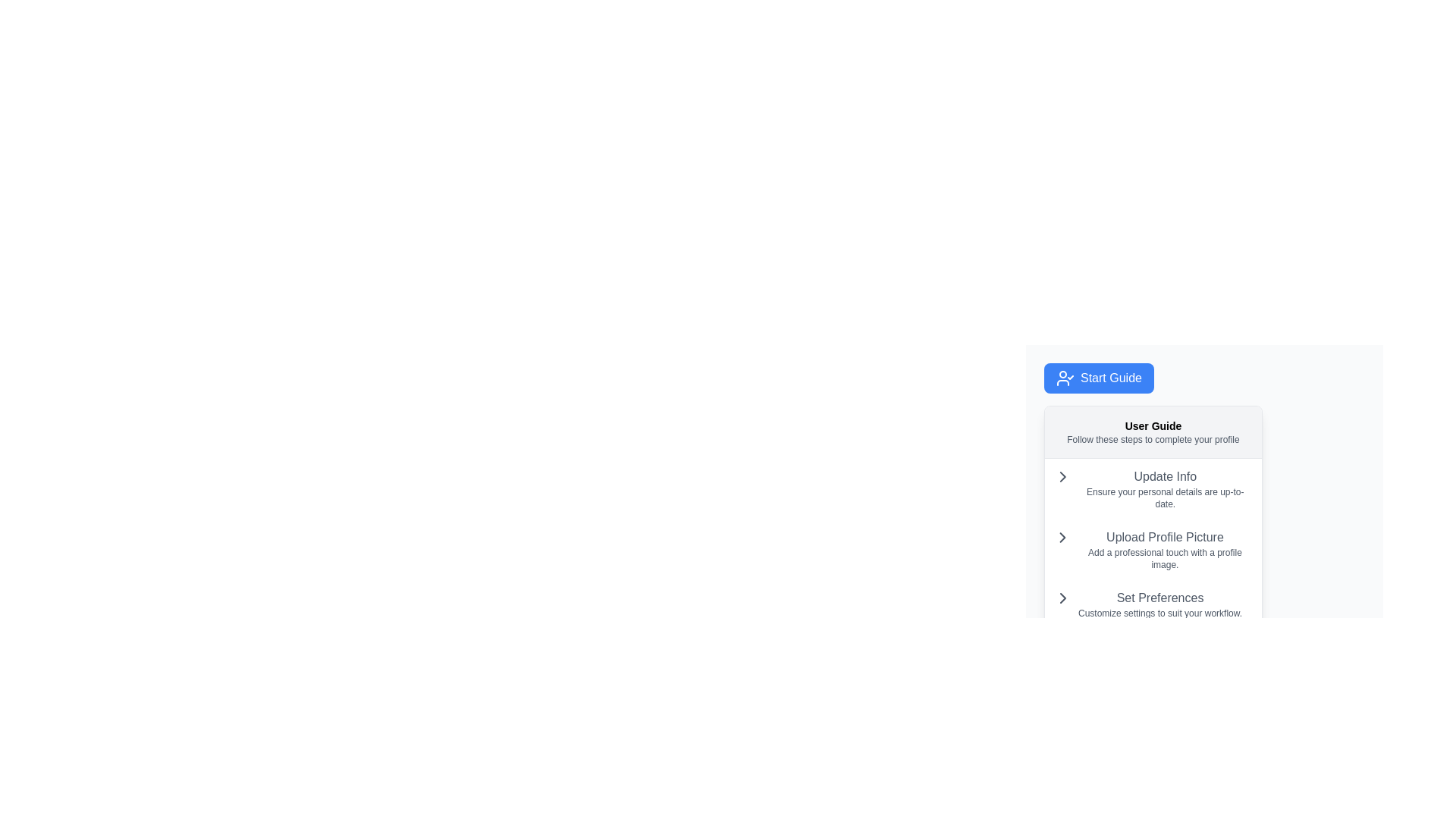 This screenshot has height=819, width=1456. Describe the element at coordinates (1203, 472) in the screenshot. I see `the Instruction Modal located in the top-right section of the interface, which provides step-by-step instructions for profile setup` at that location.